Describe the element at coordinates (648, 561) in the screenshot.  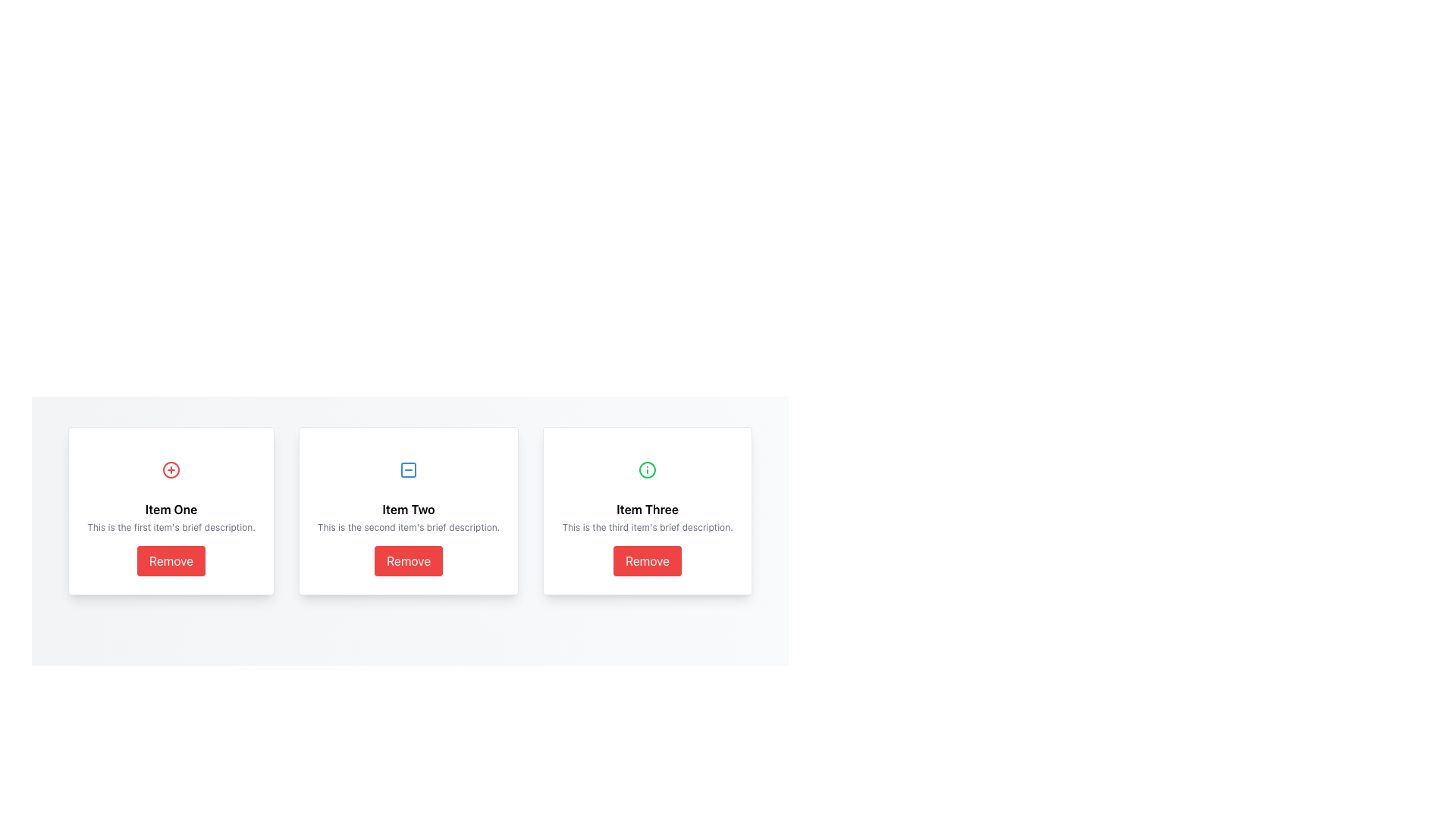
I see `the third 'Remove' button located at the bottom of the card displaying 'Item Three' to observe its hover state change` at that location.